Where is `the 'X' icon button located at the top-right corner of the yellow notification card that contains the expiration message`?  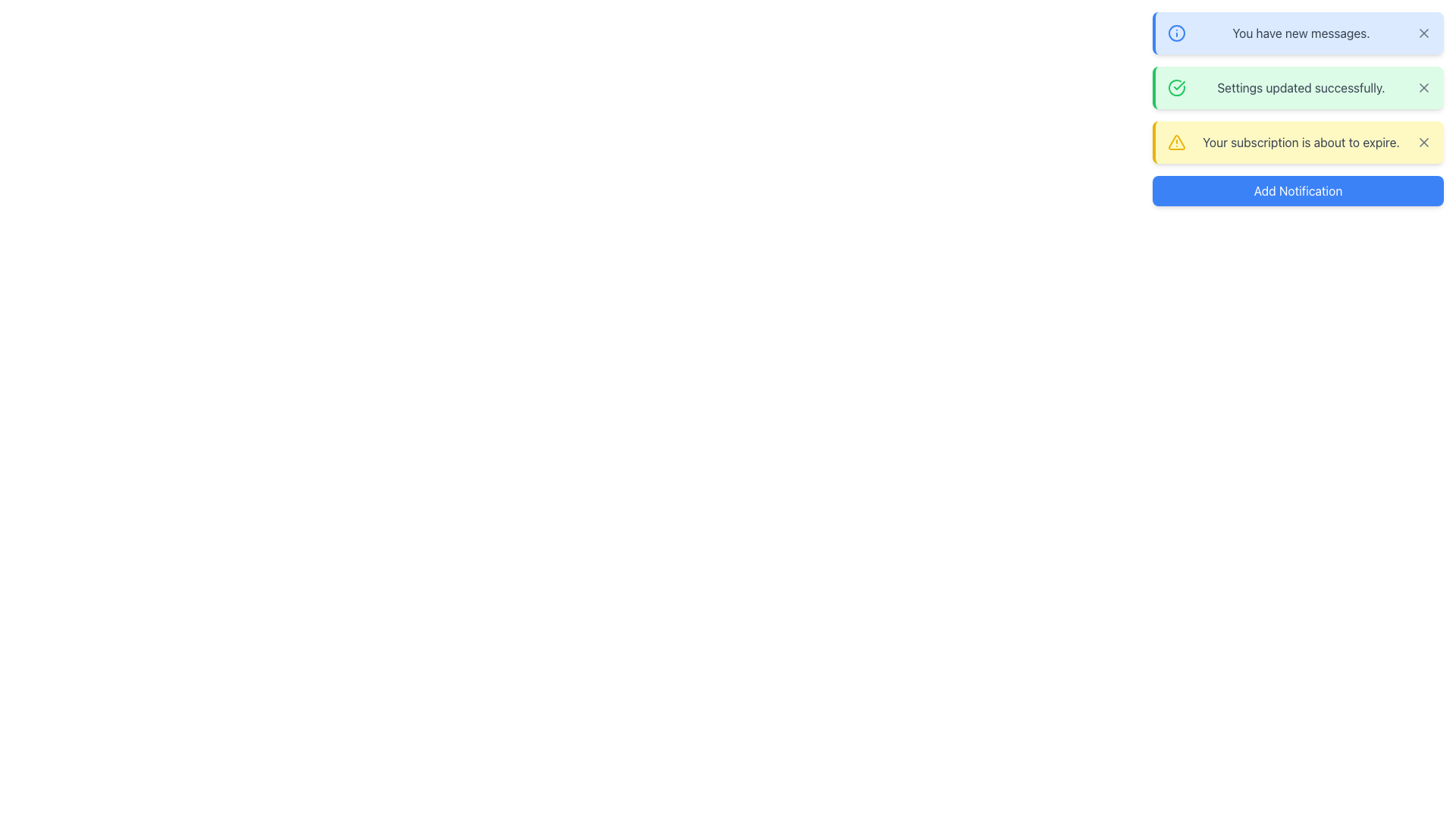 the 'X' icon button located at the top-right corner of the yellow notification card that contains the expiration message is located at coordinates (1423, 143).